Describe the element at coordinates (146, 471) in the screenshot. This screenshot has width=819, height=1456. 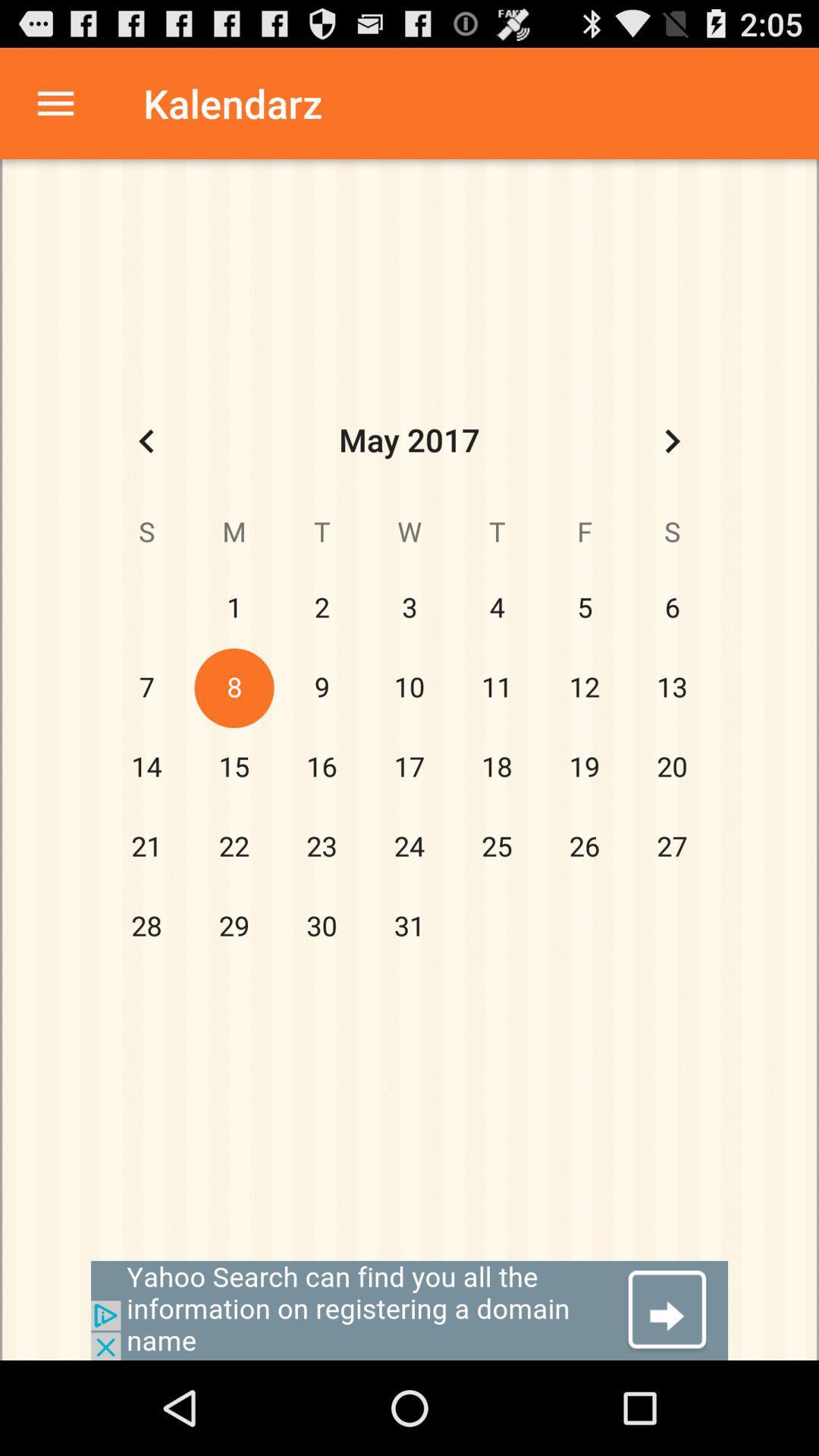
I see `the arrow_backward icon` at that location.